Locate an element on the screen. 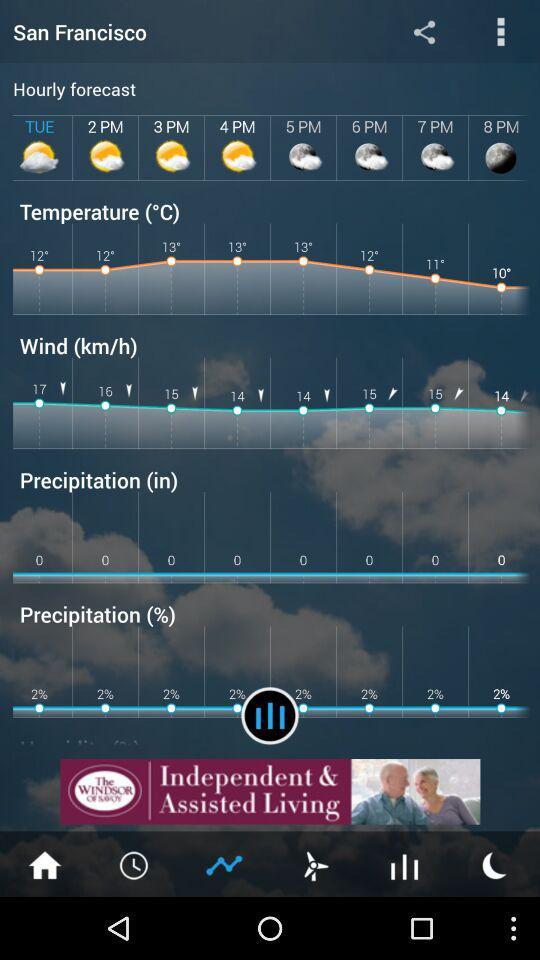  menu page is located at coordinates (500, 30).